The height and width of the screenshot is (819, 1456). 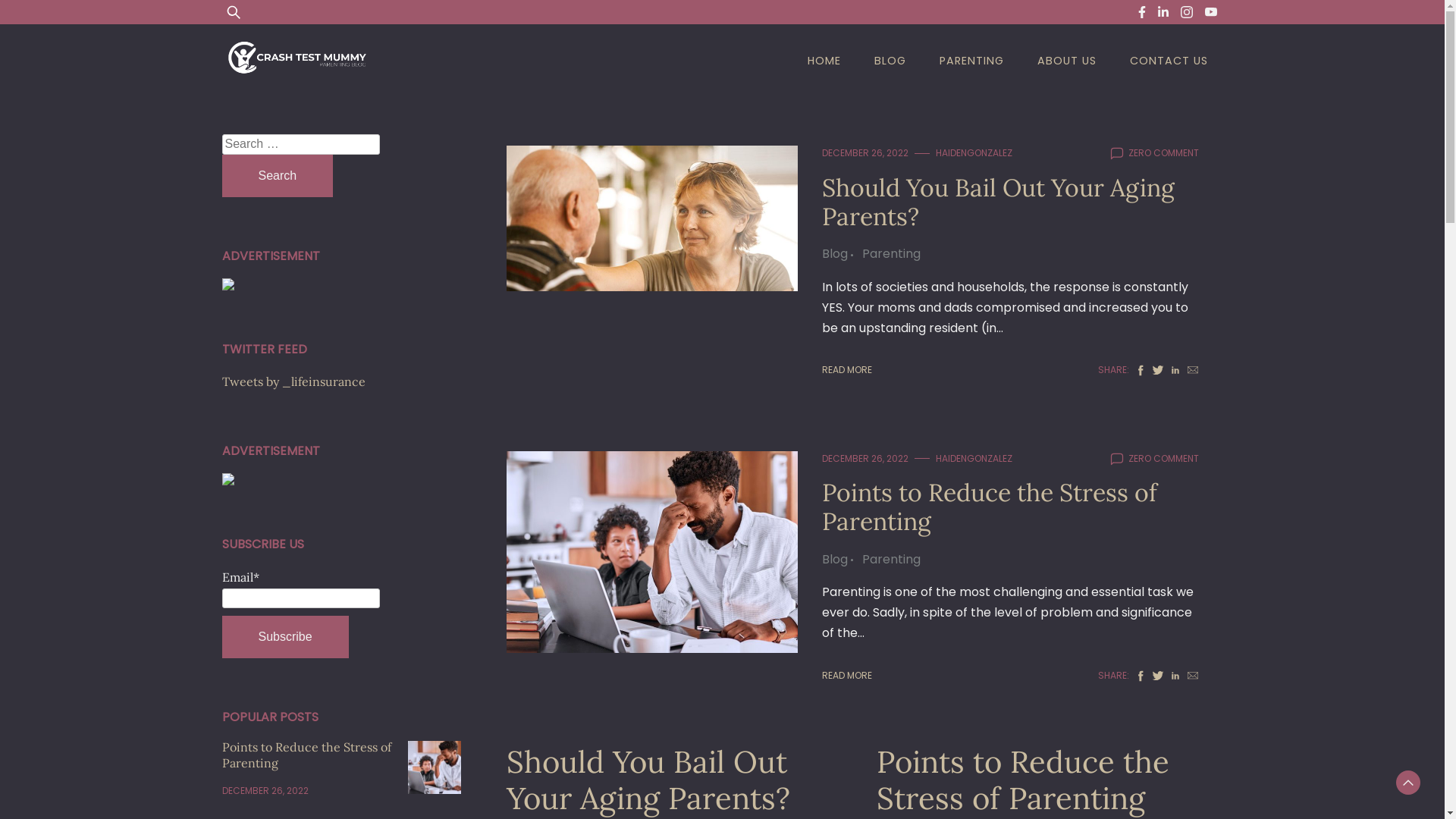 What do you see at coordinates (284, 637) in the screenshot?
I see `'Subscribe'` at bounding box center [284, 637].